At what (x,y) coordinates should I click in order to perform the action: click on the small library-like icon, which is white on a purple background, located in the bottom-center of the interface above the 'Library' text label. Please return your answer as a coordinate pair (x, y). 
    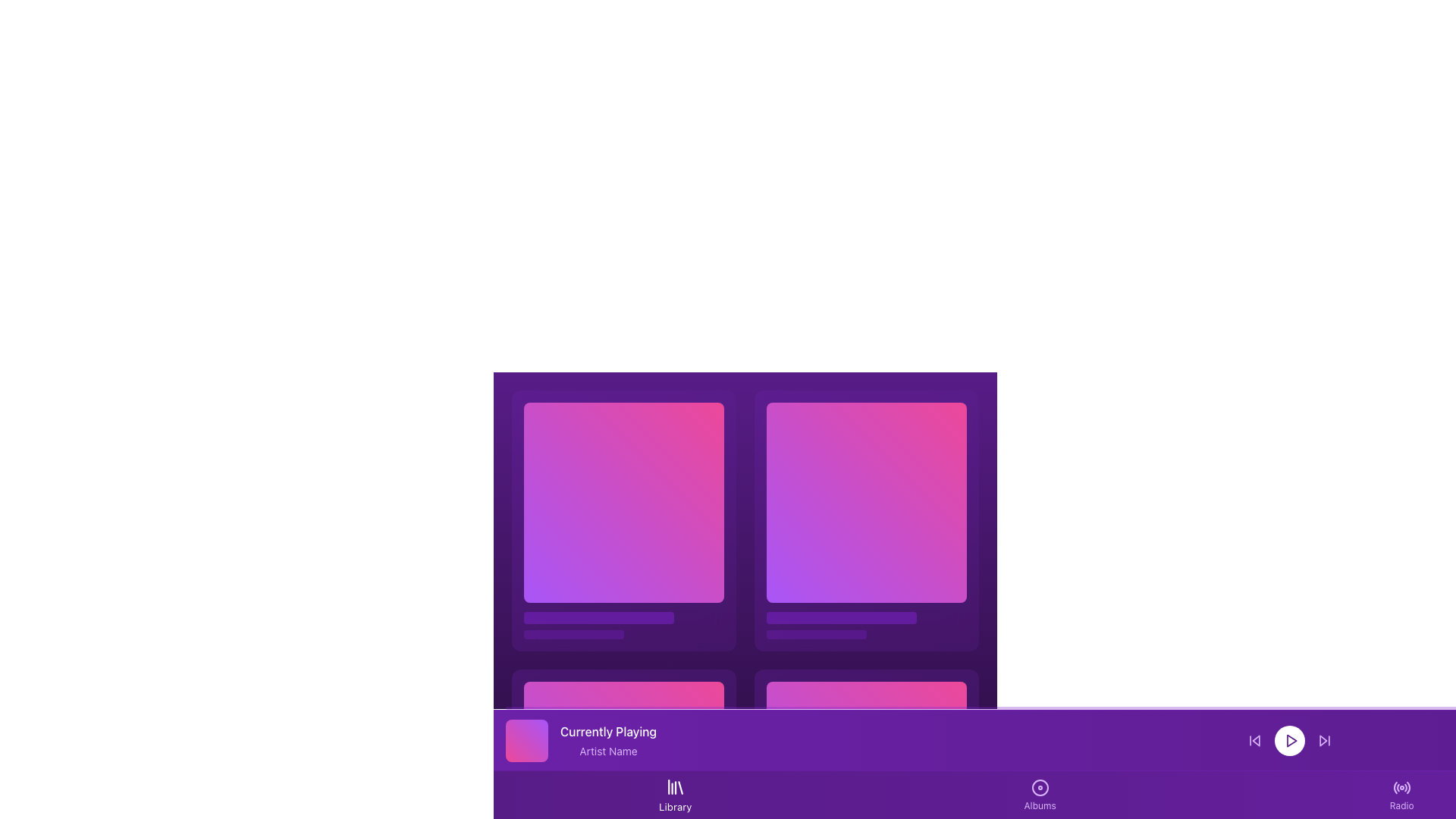
    Looking at the image, I should click on (674, 786).